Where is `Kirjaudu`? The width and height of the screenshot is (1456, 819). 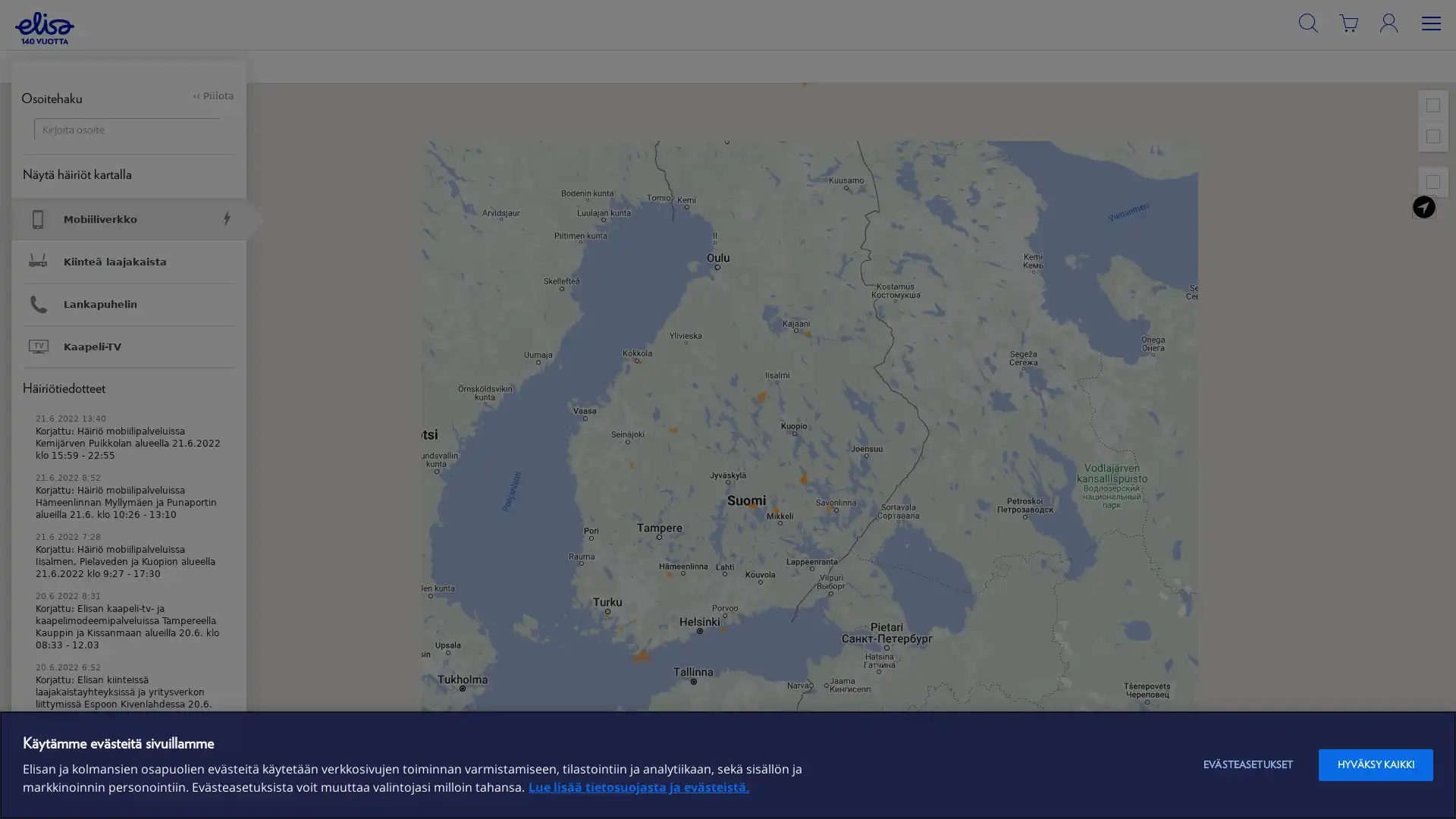
Kirjaudu is located at coordinates (1410, 54).